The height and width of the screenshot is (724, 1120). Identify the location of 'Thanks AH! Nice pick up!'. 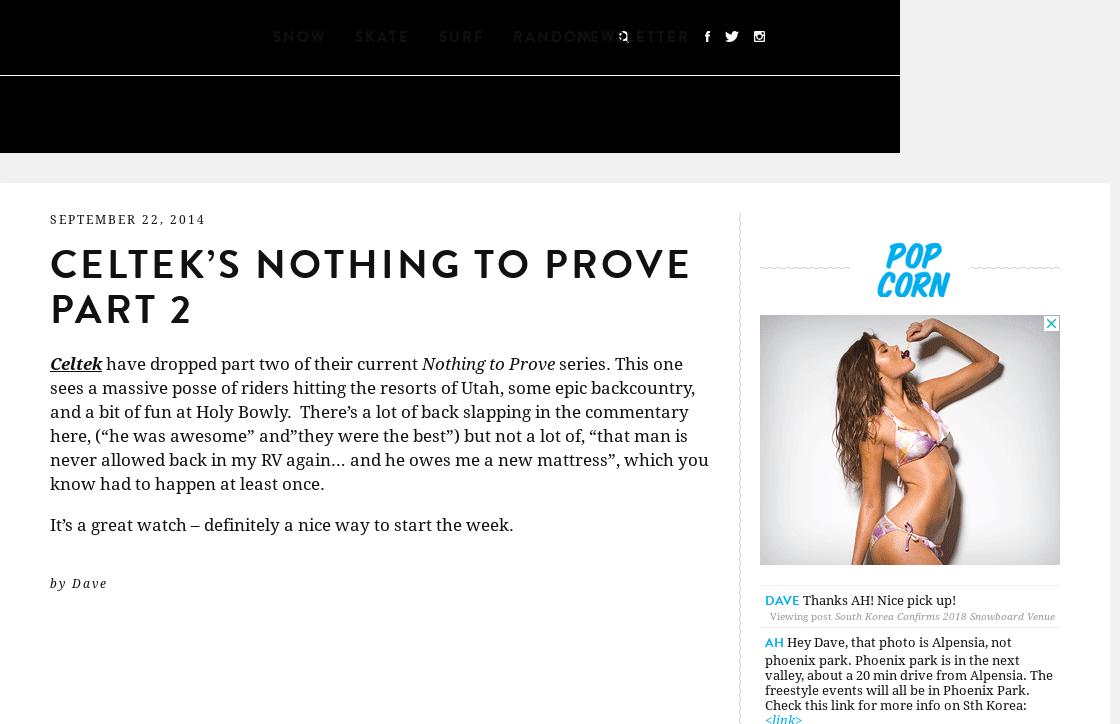
(879, 600).